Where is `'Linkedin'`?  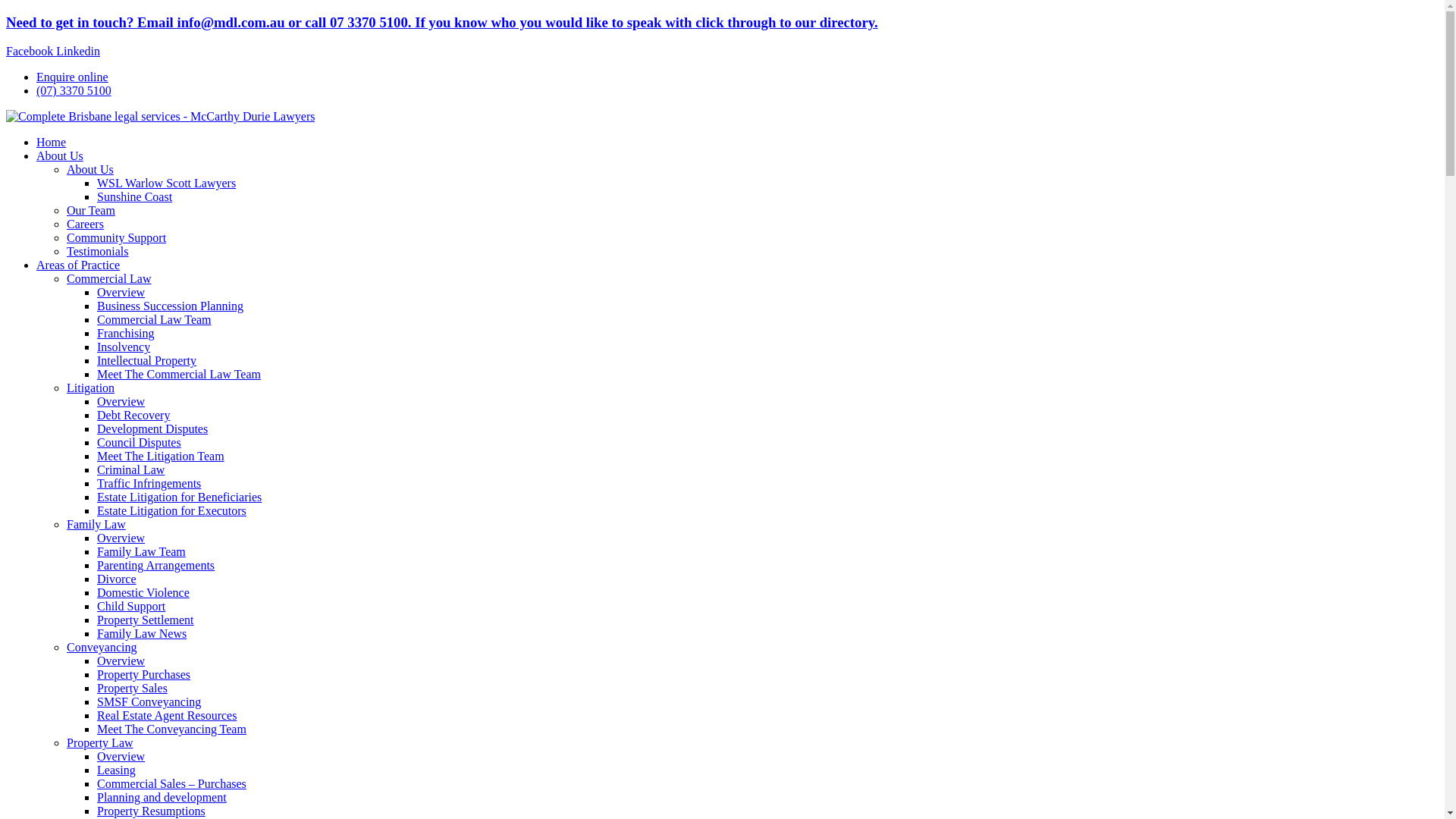
'Linkedin' is located at coordinates (77, 50).